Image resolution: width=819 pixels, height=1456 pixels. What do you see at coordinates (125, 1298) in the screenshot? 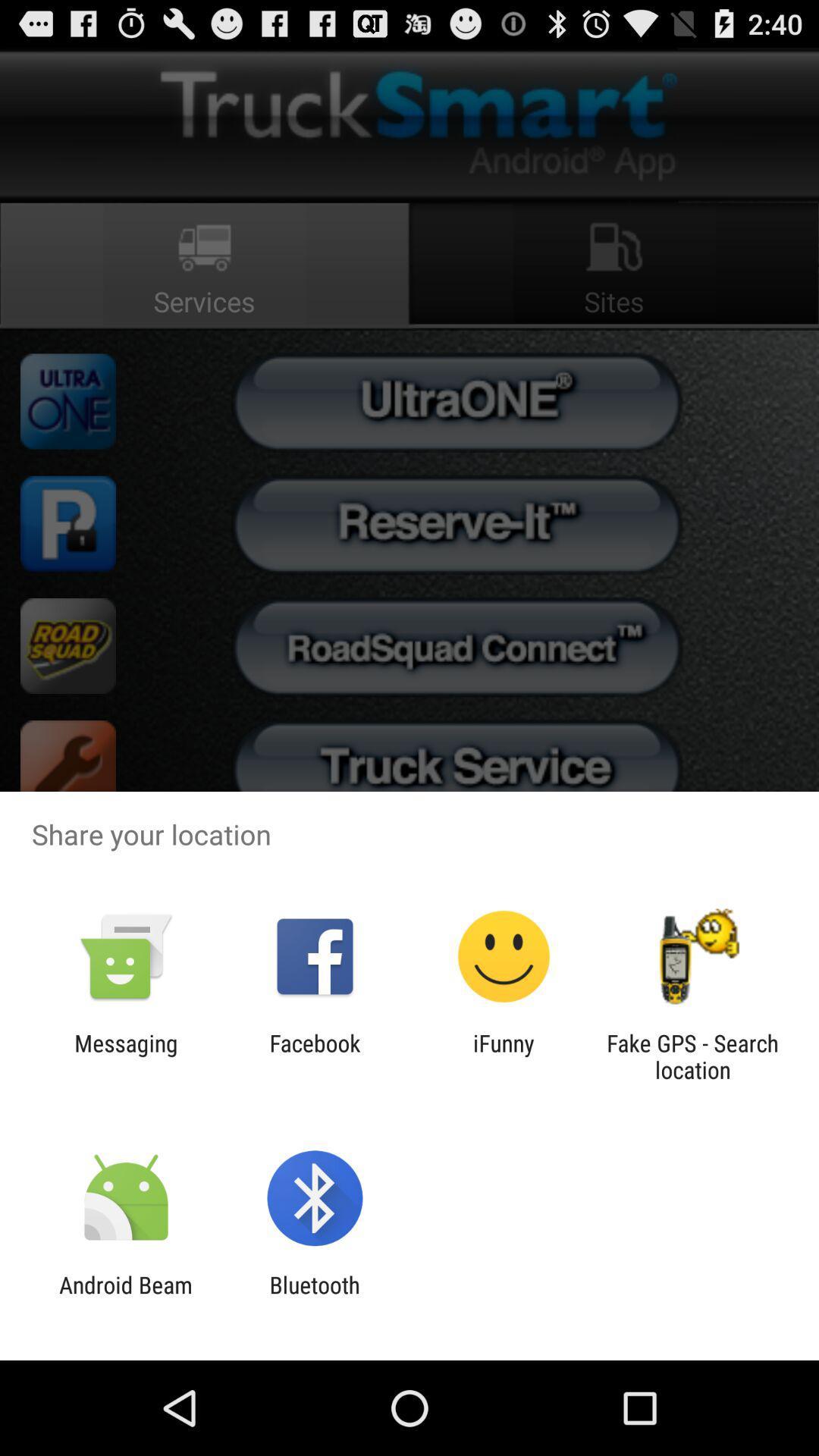
I see `the item to the left of the bluetooth icon` at bounding box center [125, 1298].